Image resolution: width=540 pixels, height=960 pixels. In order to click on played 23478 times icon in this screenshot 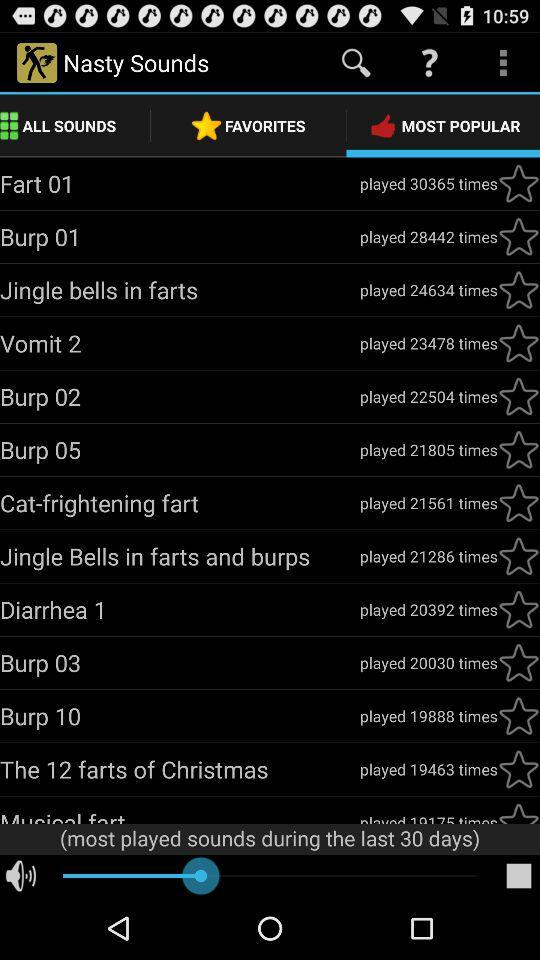, I will do `click(427, 343)`.